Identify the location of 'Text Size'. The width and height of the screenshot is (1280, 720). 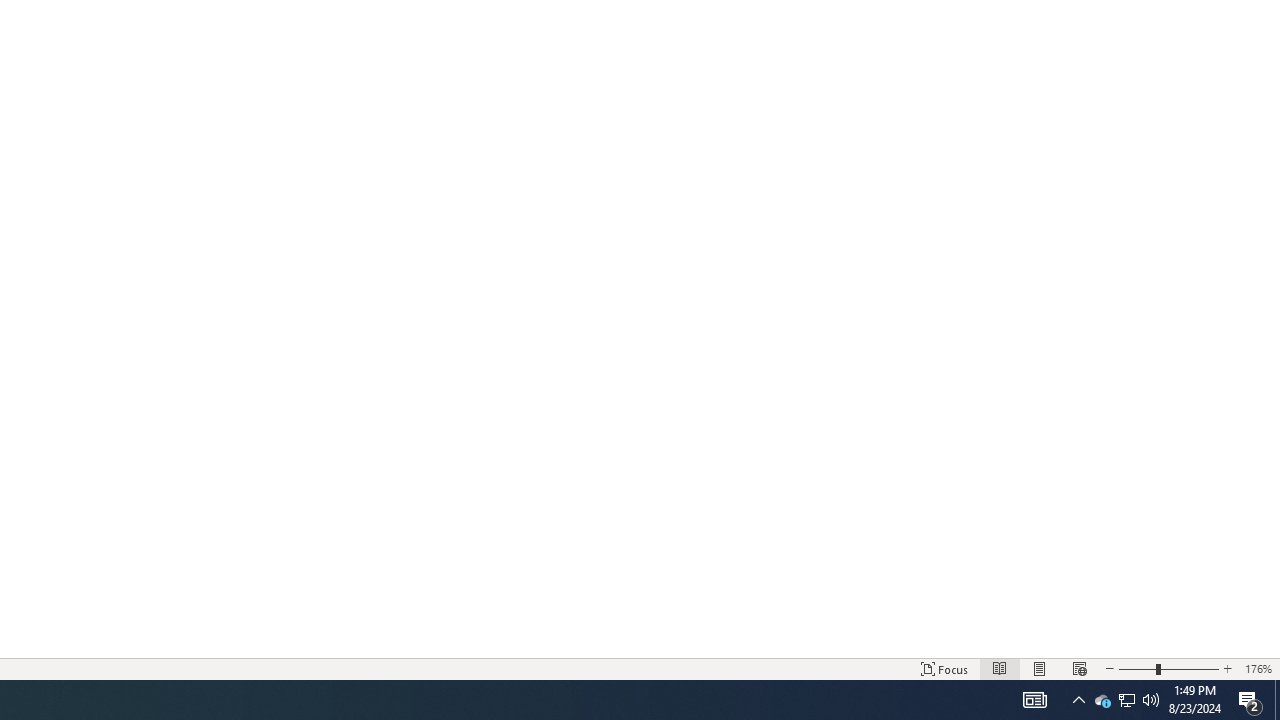
(1168, 669).